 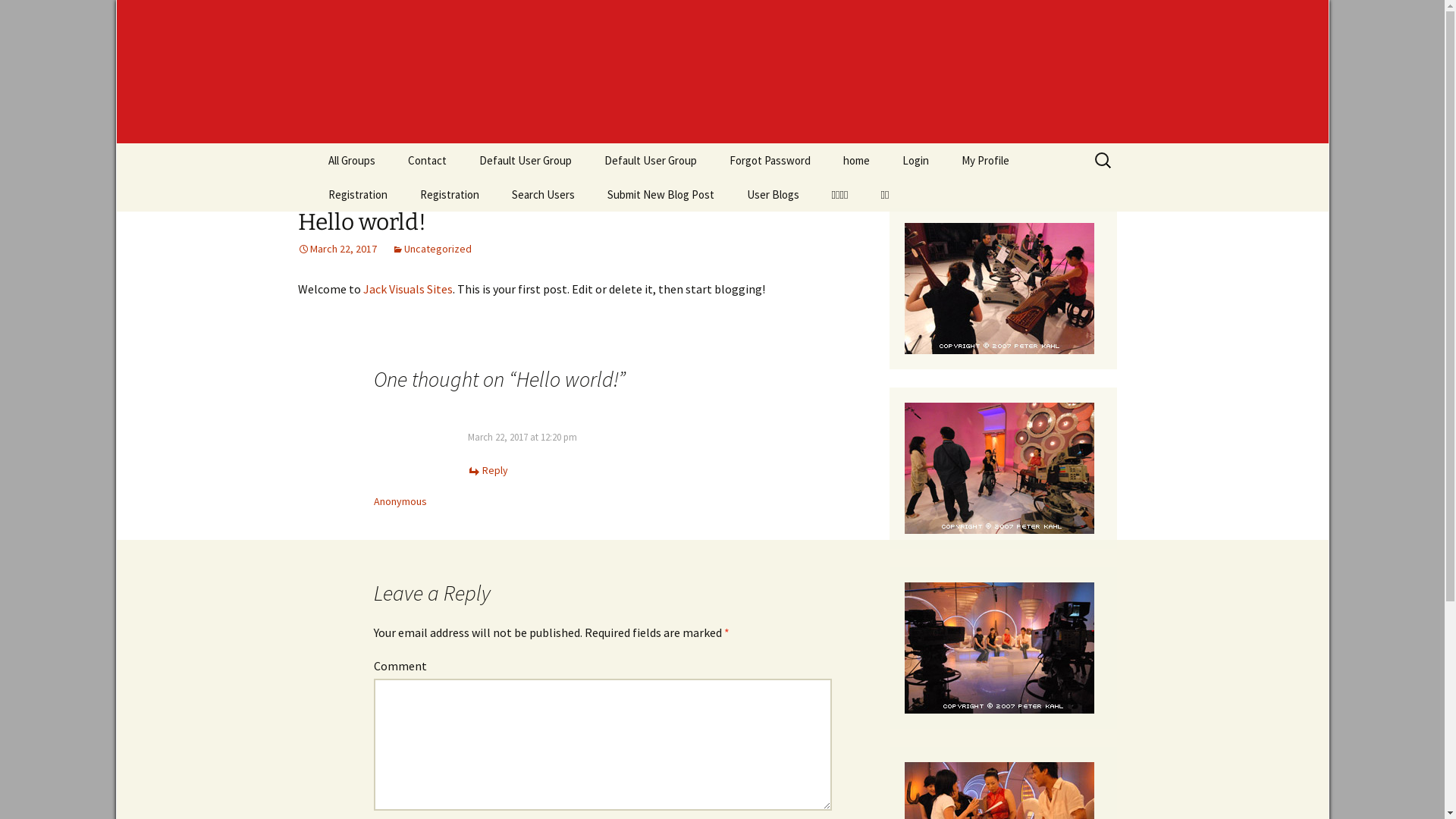 What do you see at coordinates (887, 160) in the screenshot?
I see `'Login'` at bounding box center [887, 160].